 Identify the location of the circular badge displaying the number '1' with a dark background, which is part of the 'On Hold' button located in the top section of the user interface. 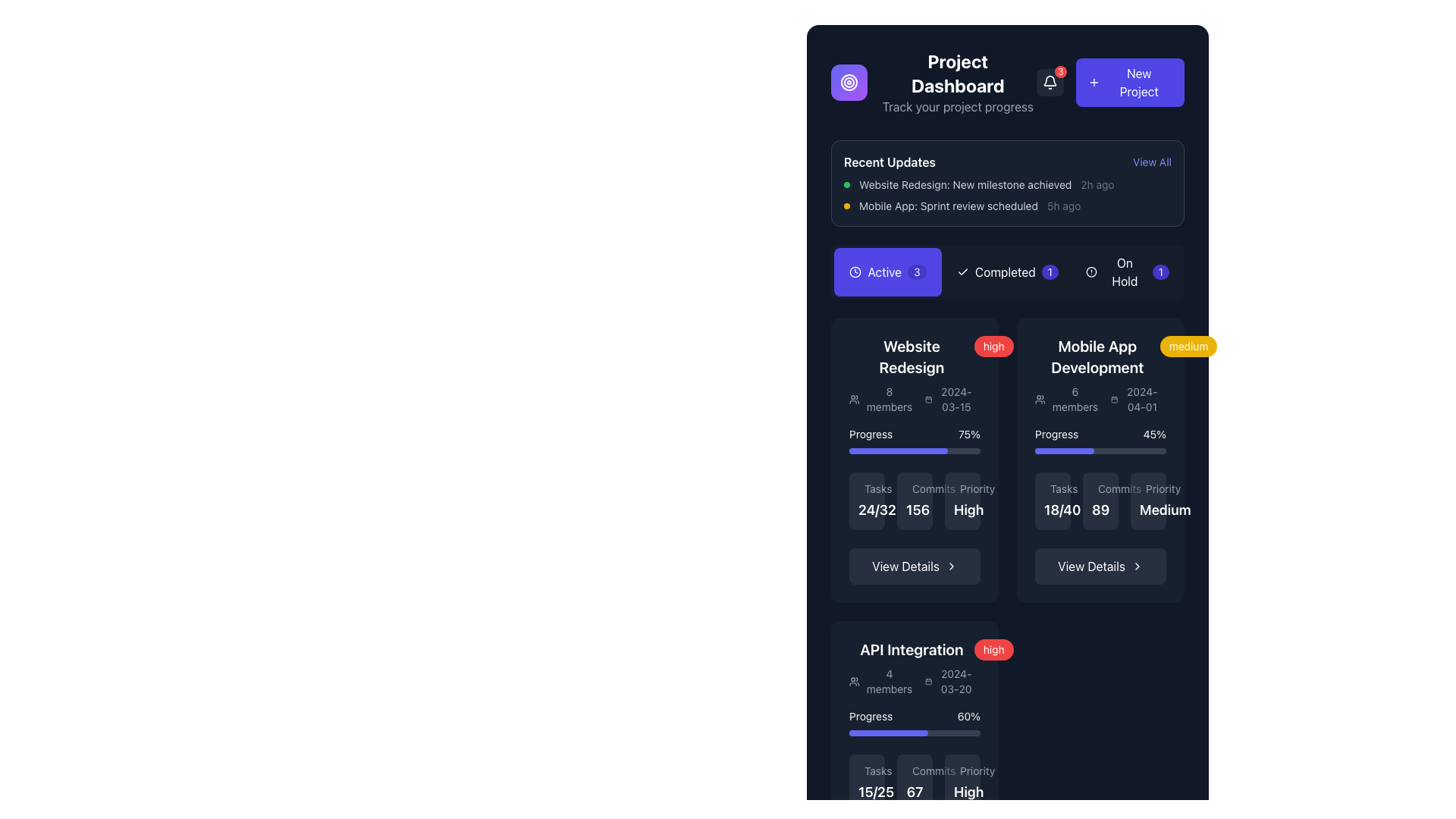
(1159, 271).